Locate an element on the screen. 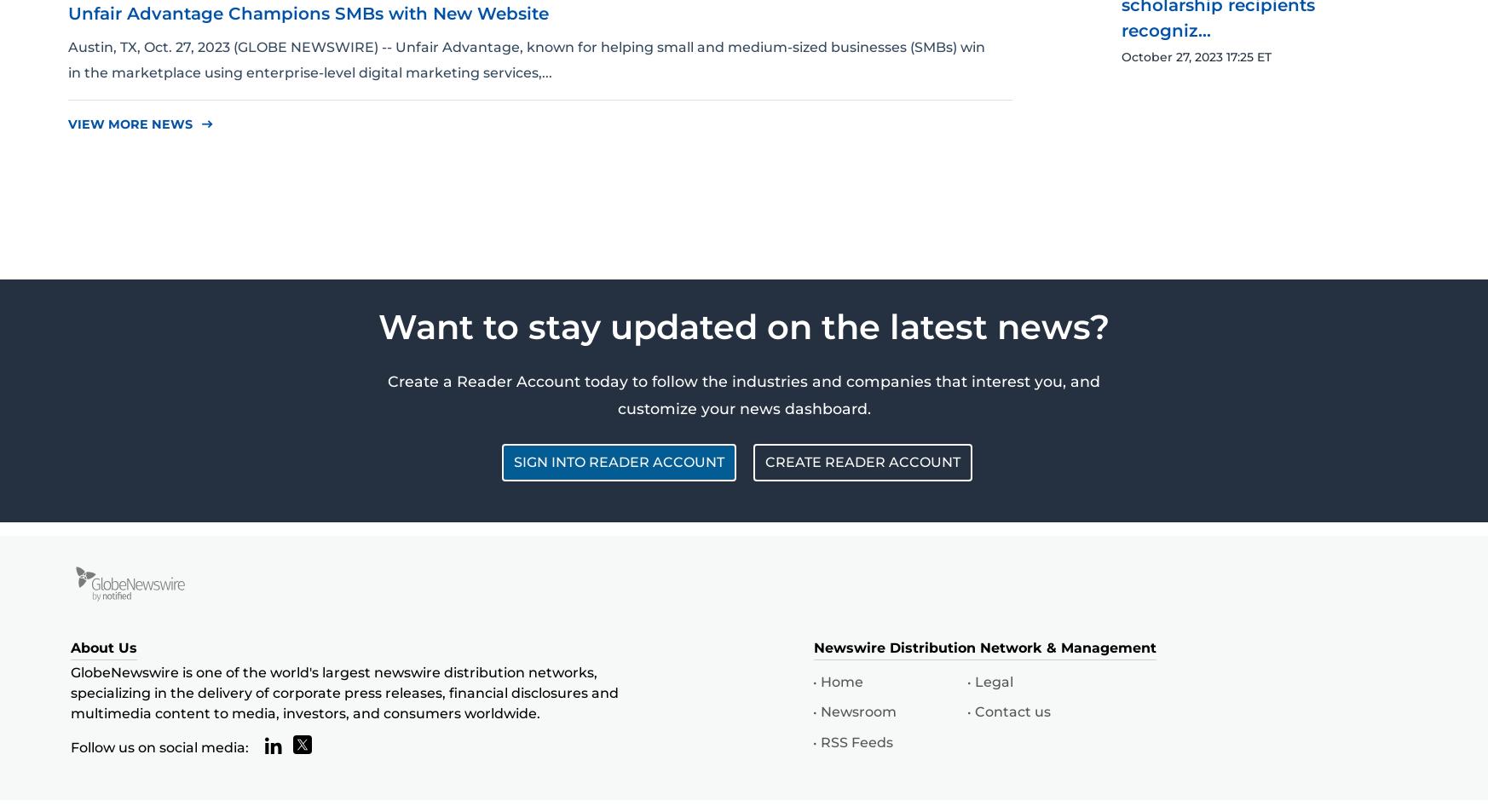  'Home' is located at coordinates (841, 682).